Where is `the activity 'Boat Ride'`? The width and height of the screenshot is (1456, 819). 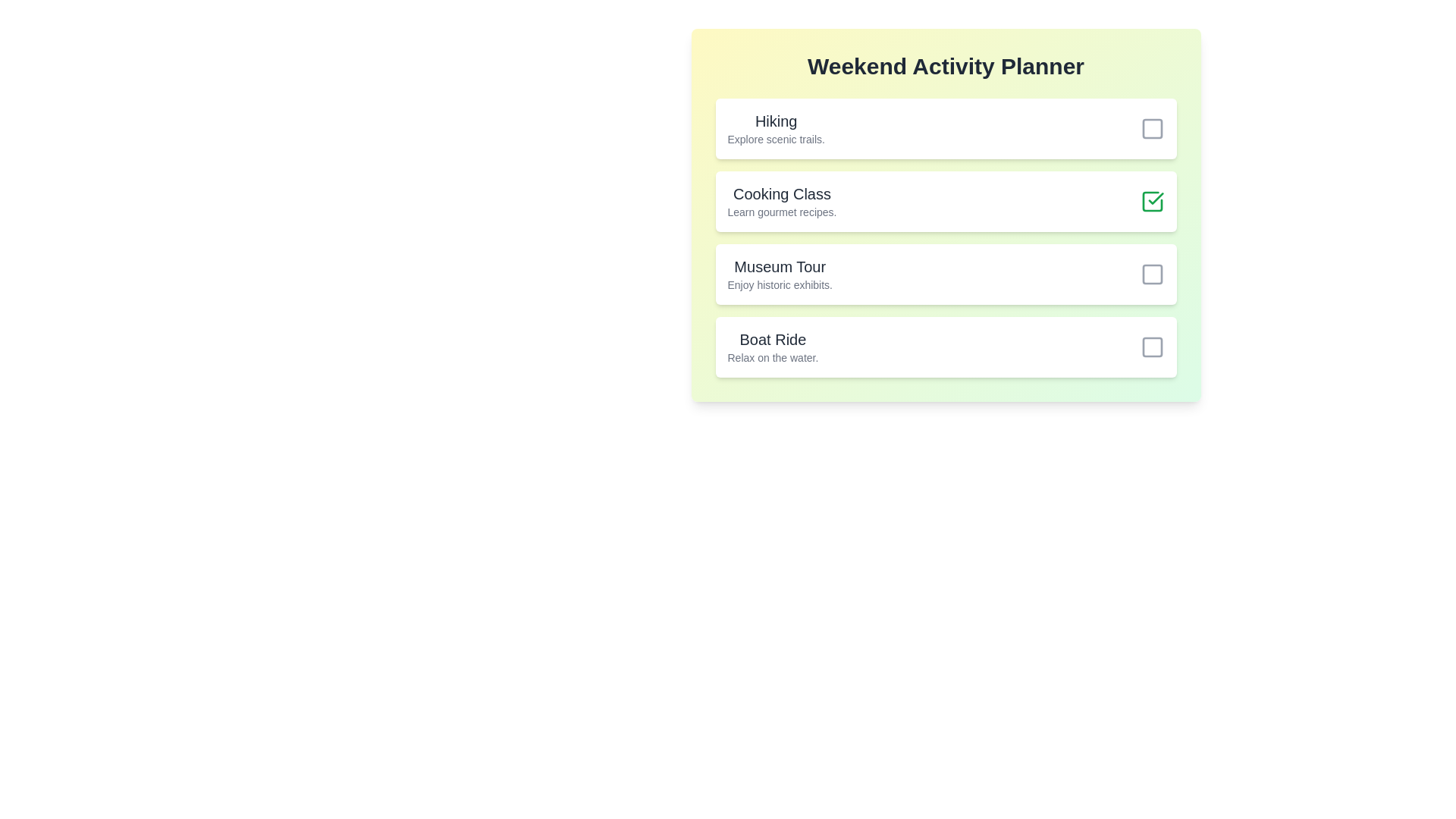 the activity 'Boat Ride' is located at coordinates (1152, 347).